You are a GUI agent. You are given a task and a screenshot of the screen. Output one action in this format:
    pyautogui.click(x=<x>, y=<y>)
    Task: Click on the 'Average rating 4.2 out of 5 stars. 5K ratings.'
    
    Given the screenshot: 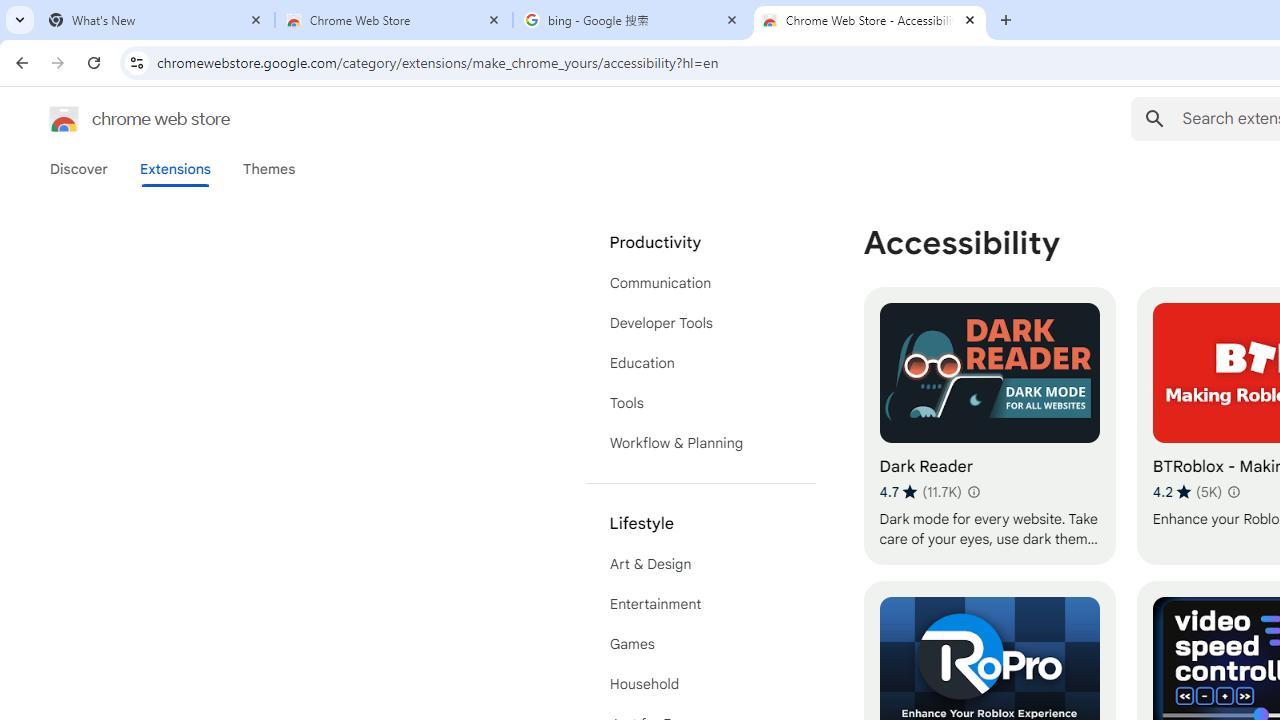 What is the action you would take?
    pyautogui.click(x=1187, y=491)
    